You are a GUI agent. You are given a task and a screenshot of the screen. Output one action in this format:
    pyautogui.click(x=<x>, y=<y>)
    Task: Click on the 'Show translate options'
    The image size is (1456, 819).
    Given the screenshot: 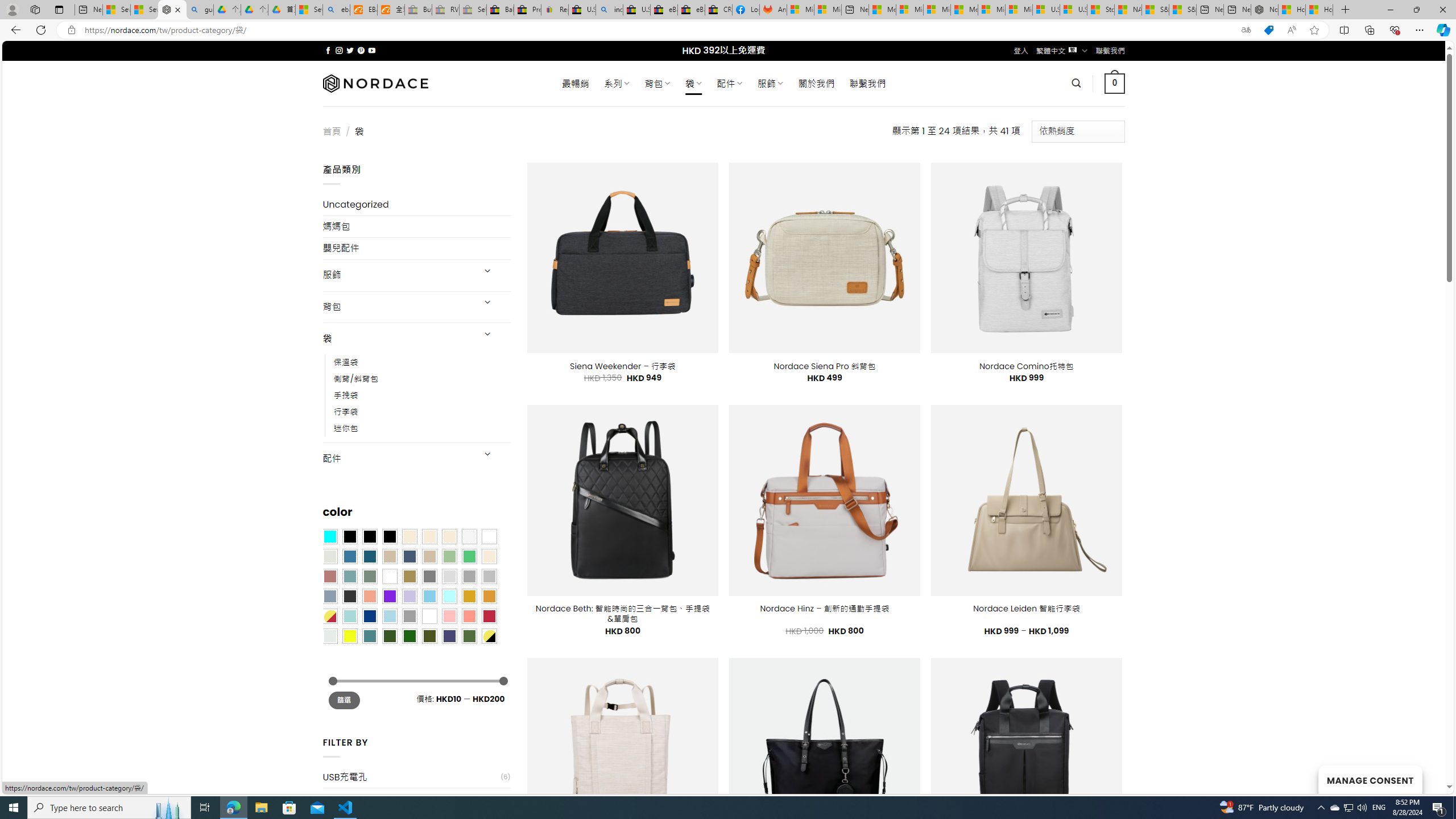 What is the action you would take?
    pyautogui.click(x=1246, y=30)
    